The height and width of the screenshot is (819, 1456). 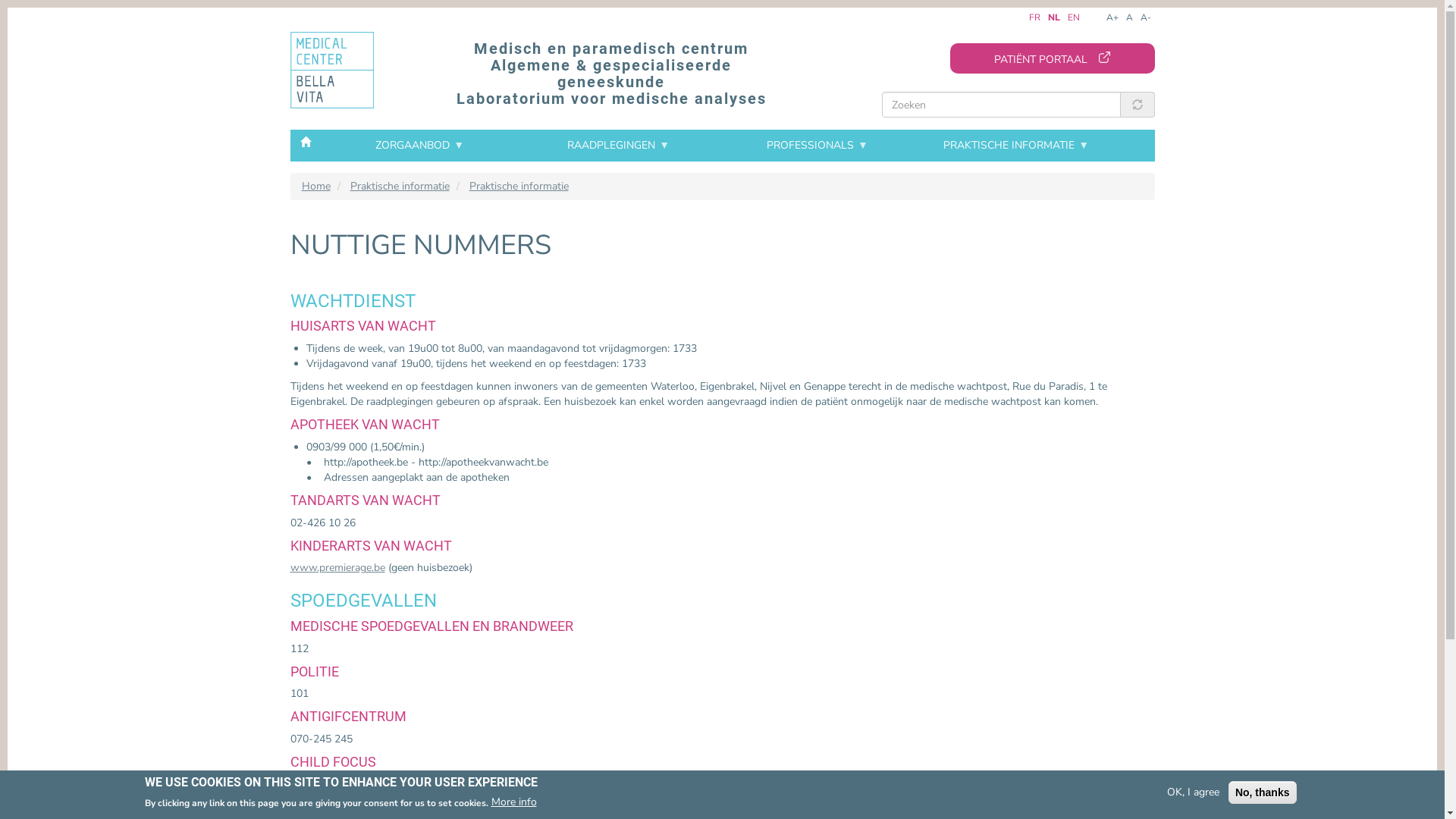 I want to click on 'LABORATORIUM VOOR MEDISCHE ANALYSES', so click(x=387, y=321).